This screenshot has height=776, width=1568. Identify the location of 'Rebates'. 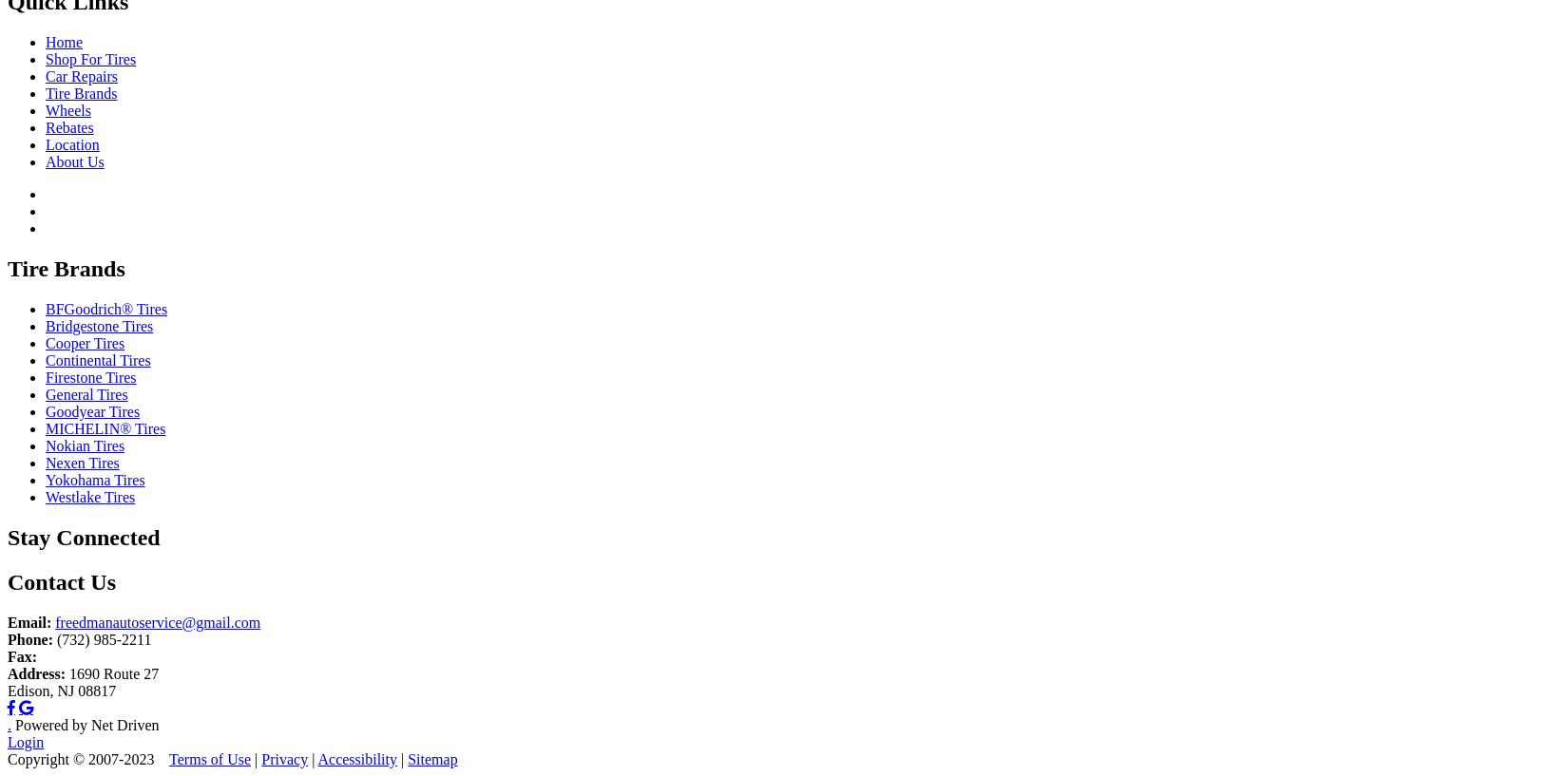
(68, 127).